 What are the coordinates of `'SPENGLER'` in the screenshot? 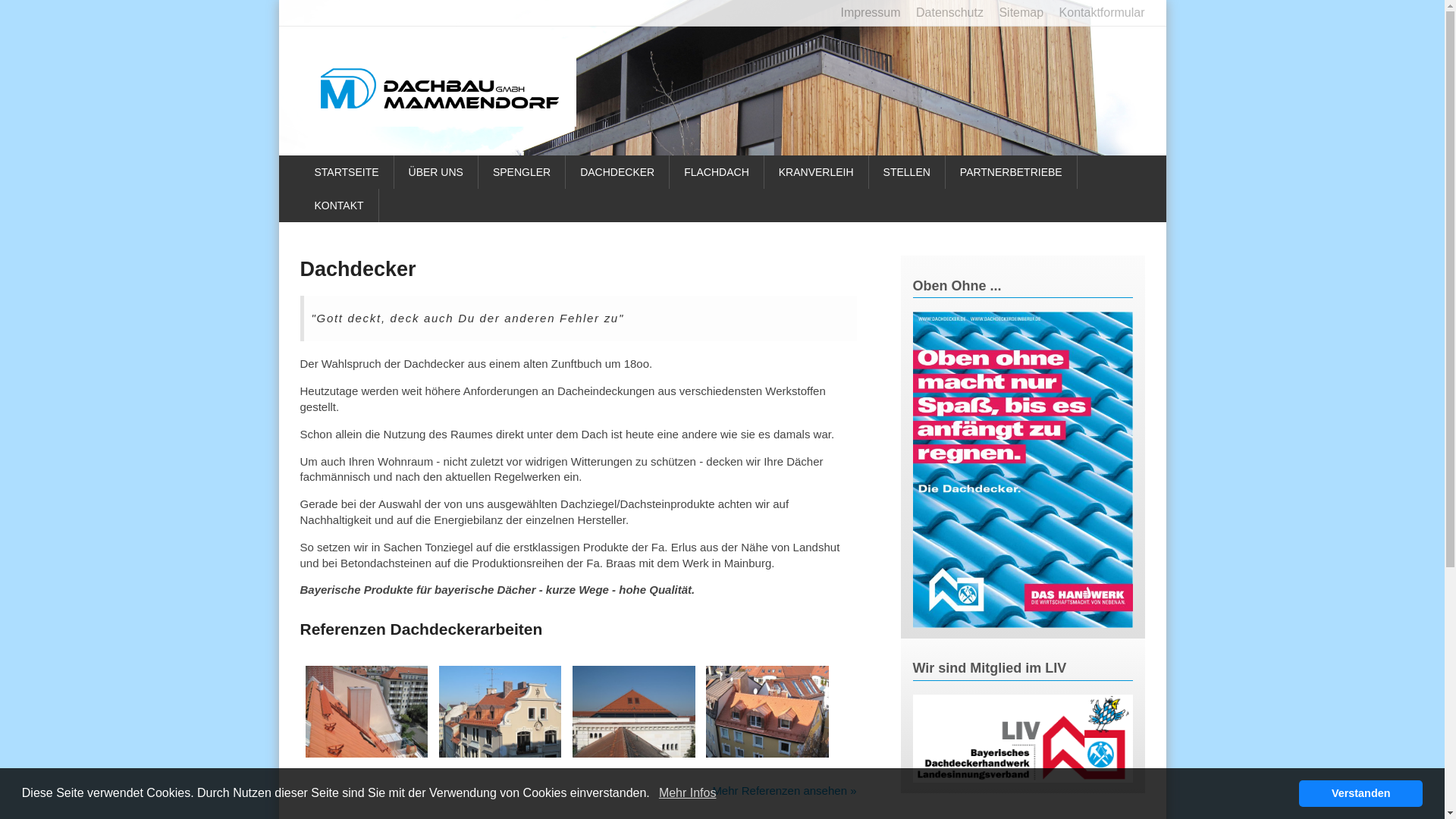 It's located at (522, 171).